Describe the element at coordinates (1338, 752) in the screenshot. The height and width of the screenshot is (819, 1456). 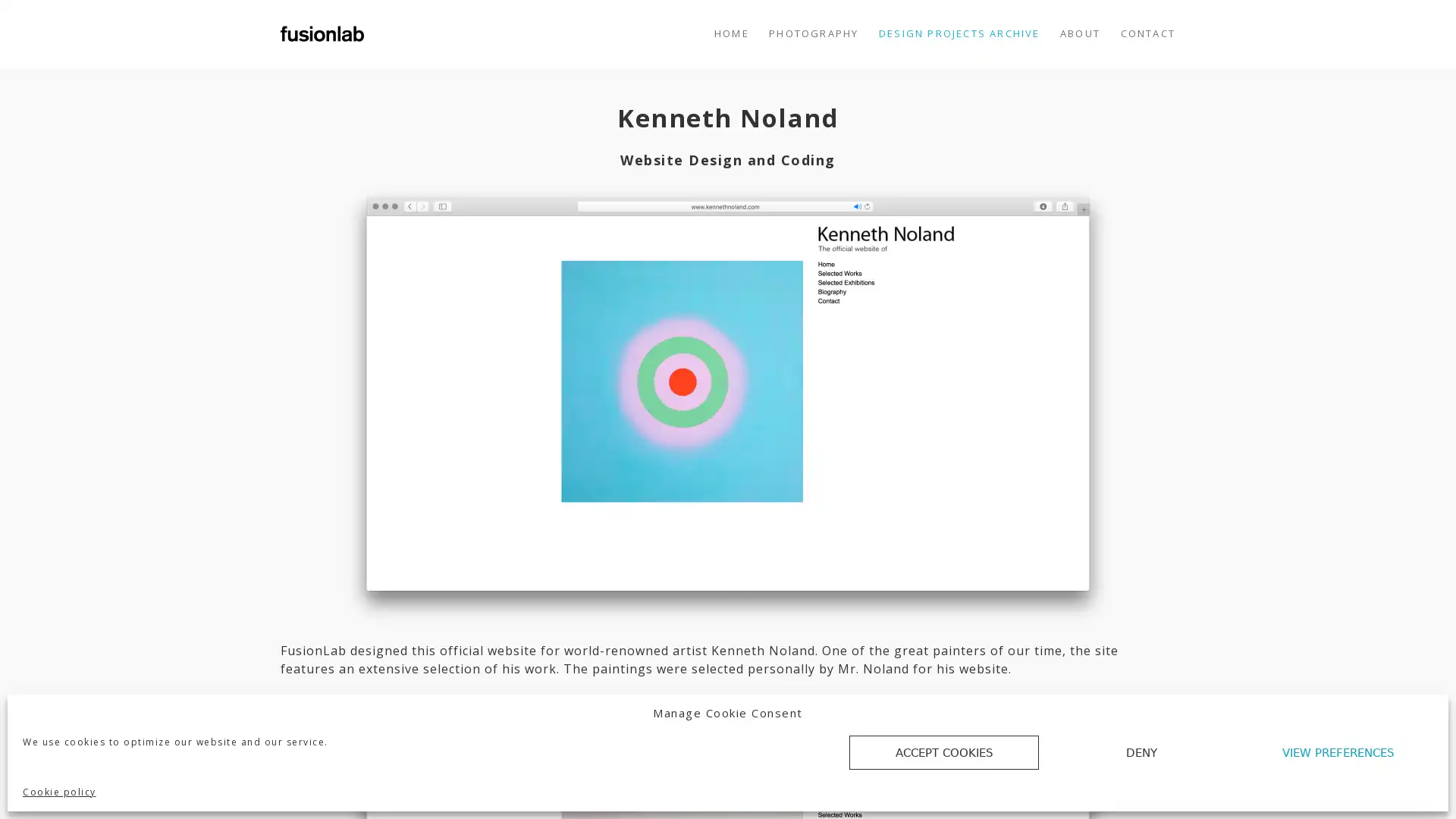
I see `VIEW PREFERENCES` at that location.